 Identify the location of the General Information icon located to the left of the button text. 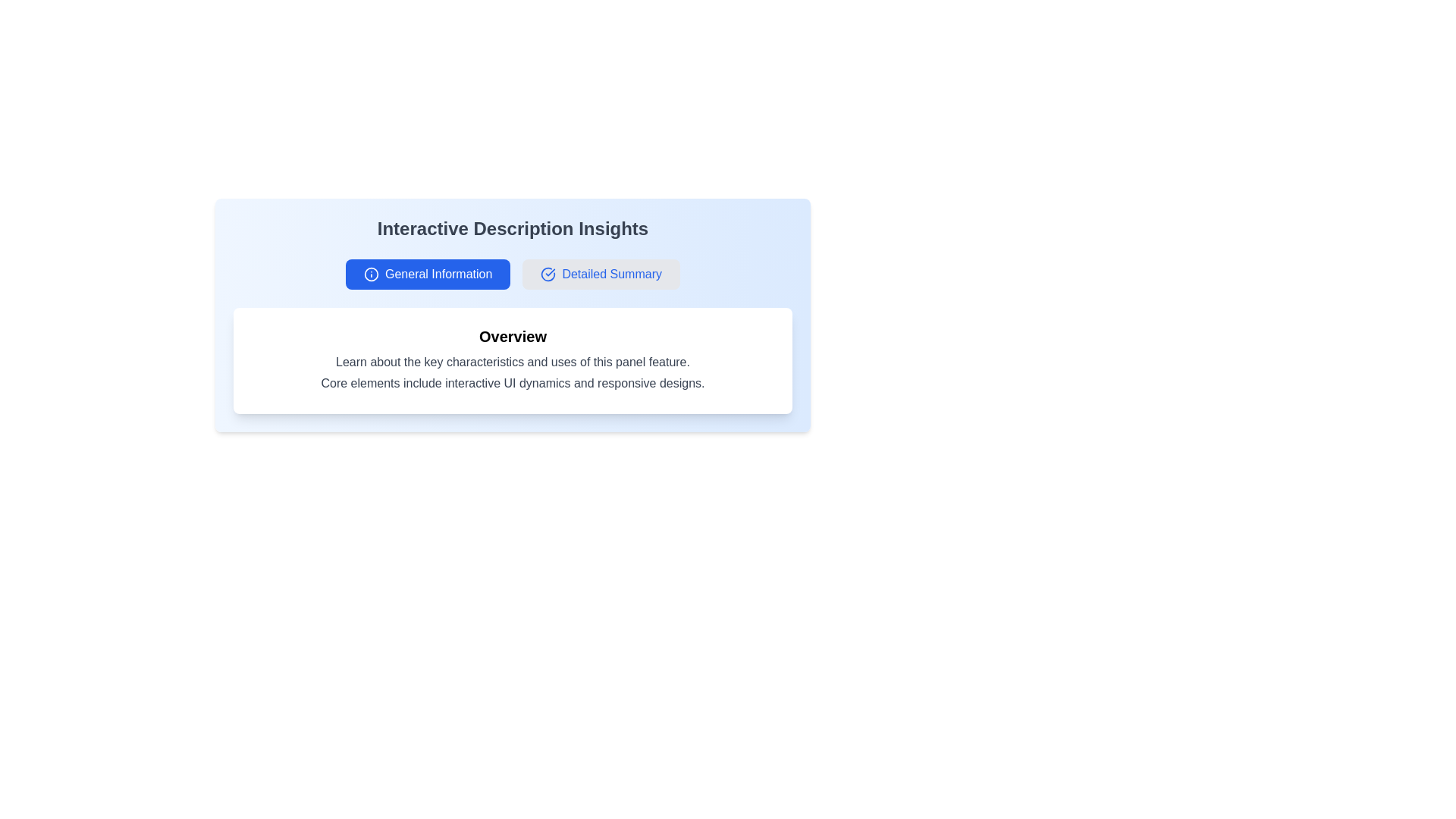
(371, 275).